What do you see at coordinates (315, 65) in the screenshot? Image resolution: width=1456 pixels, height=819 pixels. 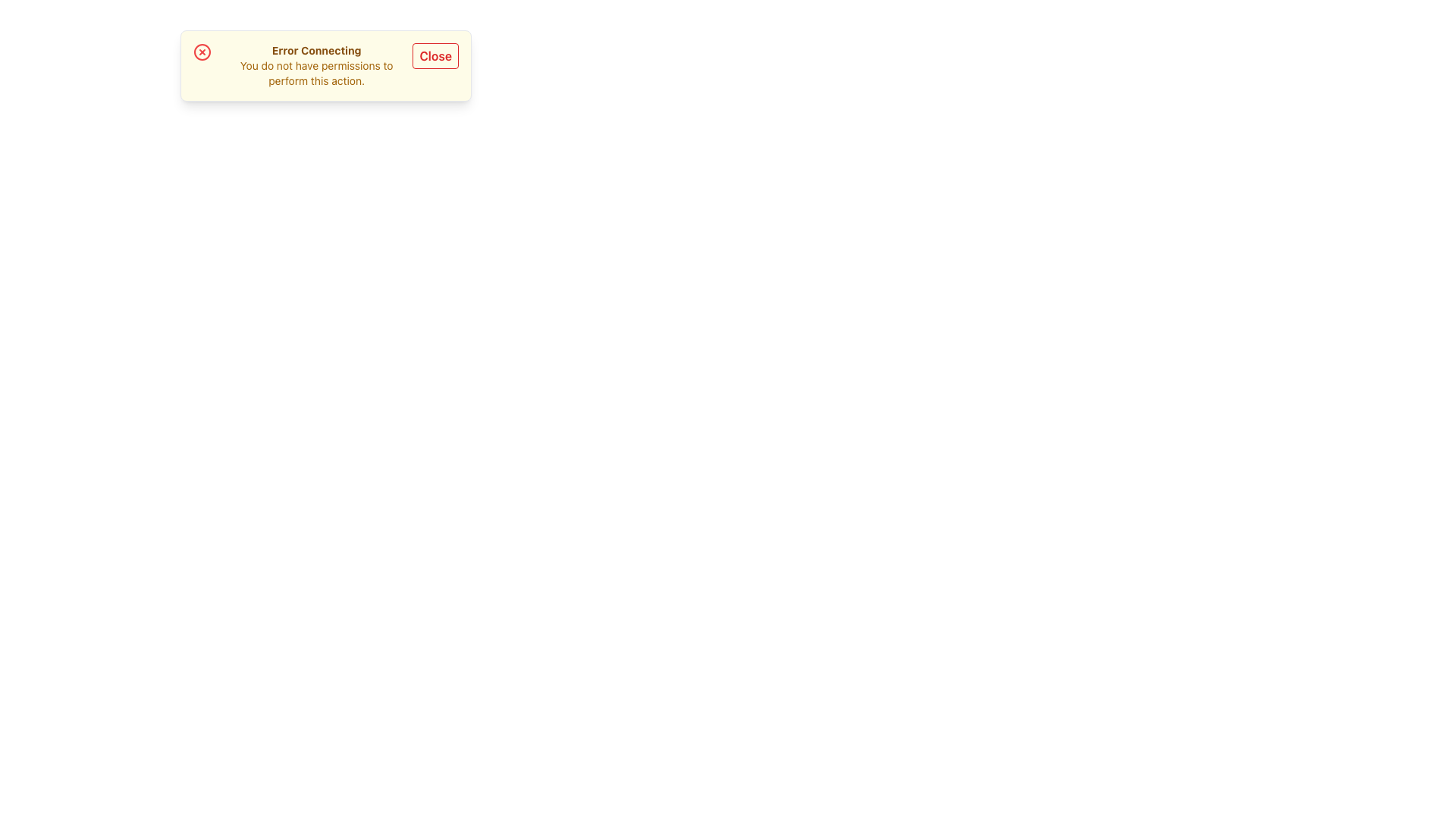 I see `the text label that informs the user about an error related to insufficient permissions, located within a notification box with a pale yellow background and rounded borders` at bounding box center [315, 65].